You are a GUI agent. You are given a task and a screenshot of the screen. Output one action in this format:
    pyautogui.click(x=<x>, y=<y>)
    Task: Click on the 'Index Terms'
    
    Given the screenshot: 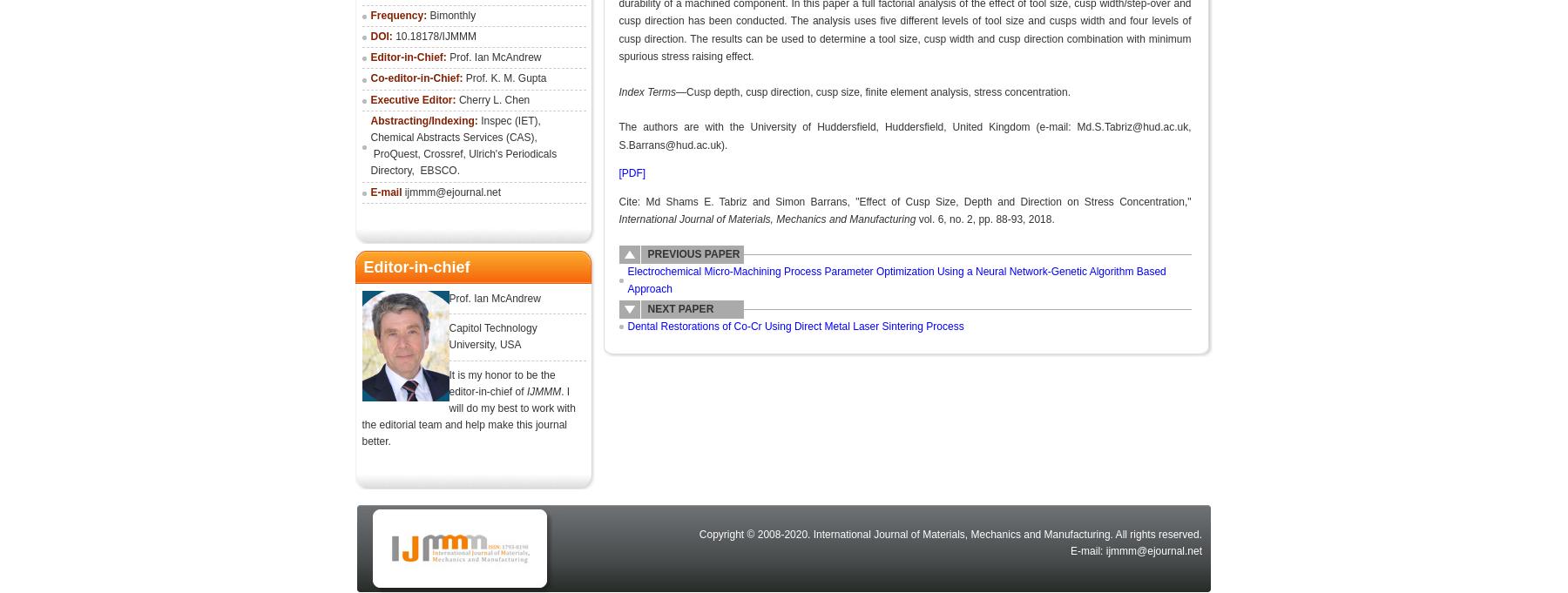 What is the action you would take?
    pyautogui.click(x=646, y=91)
    